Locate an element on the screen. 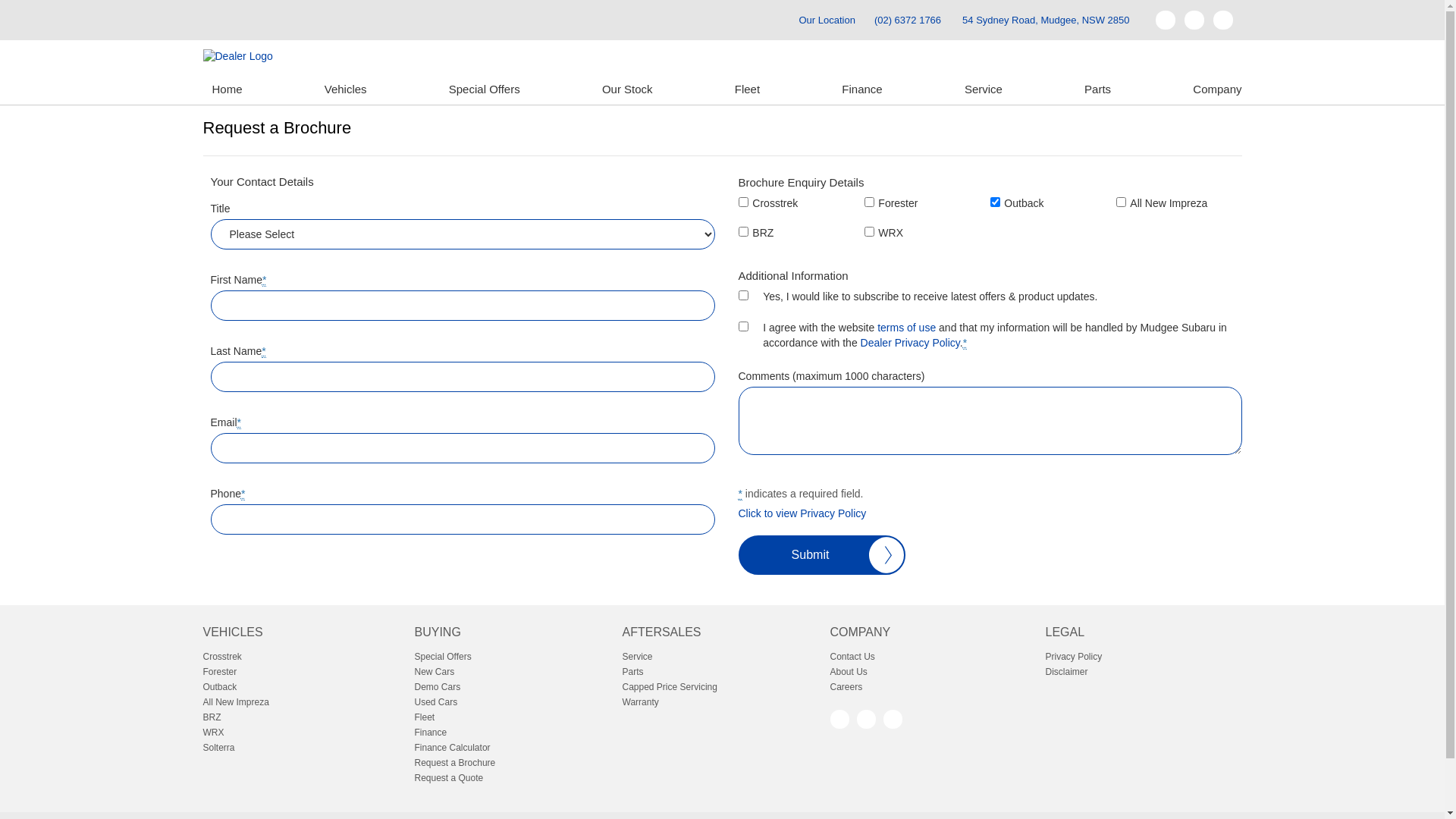 This screenshot has height=819, width=1456. 'Fleet' is located at coordinates (747, 89).